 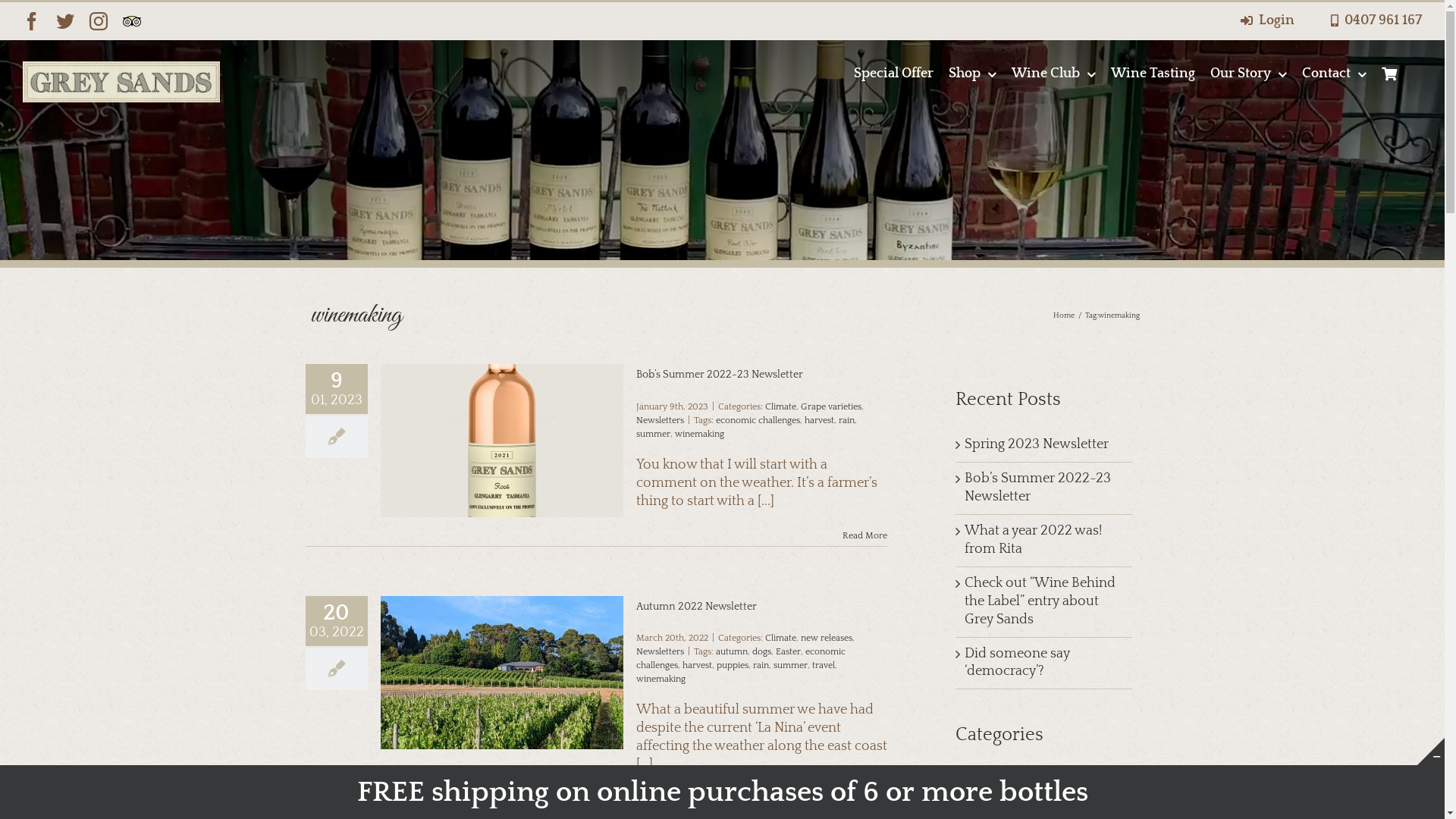 What do you see at coordinates (787, 651) in the screenshot?
I see `'Easter'` at bounding box center [787, 651].